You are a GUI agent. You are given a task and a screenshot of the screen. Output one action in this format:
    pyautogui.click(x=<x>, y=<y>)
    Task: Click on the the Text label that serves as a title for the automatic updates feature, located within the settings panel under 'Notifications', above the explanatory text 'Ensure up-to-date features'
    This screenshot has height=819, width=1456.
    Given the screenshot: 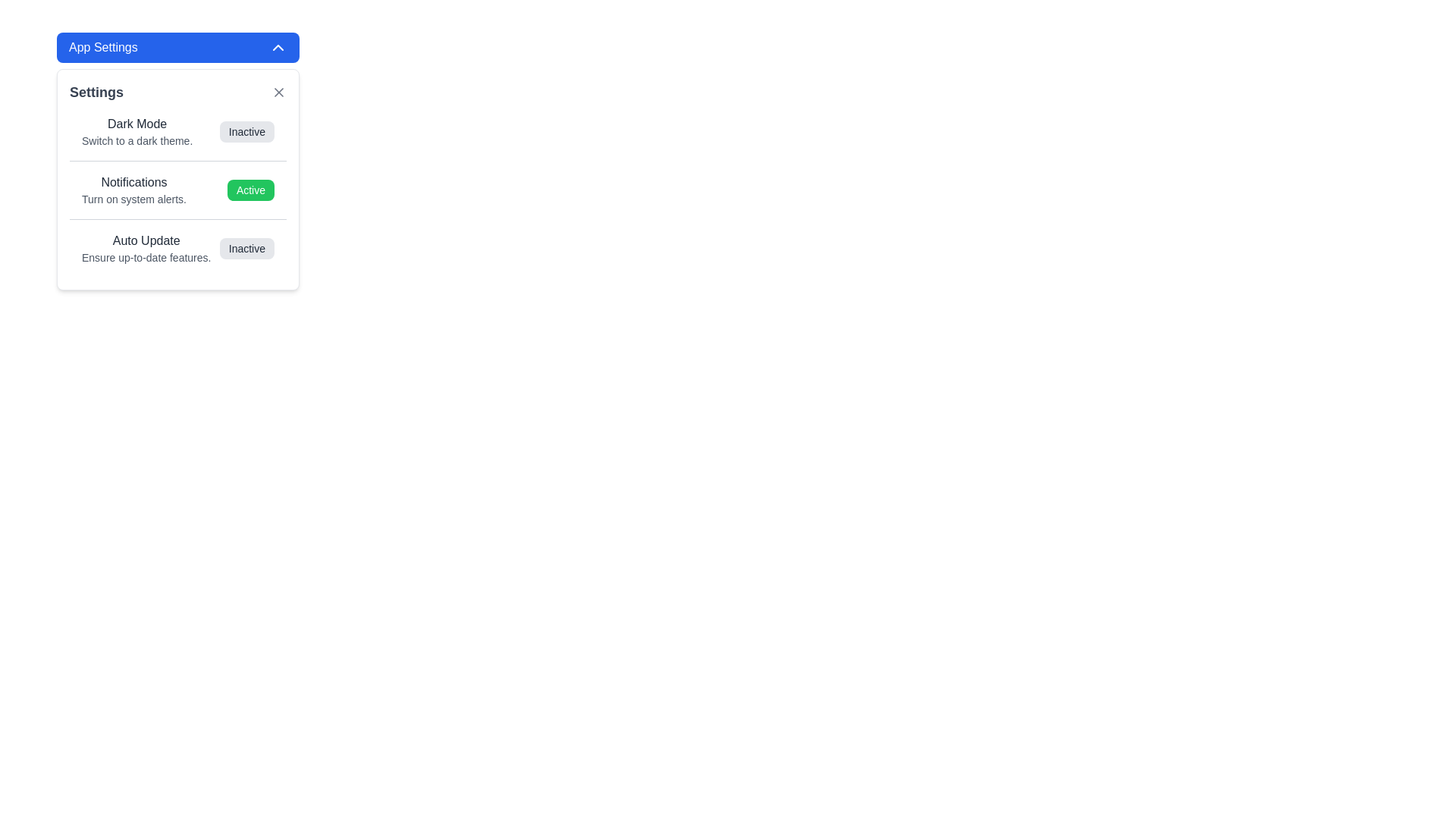 What is the action you would take?
    pyautogui.click(x=146, y=240)
    